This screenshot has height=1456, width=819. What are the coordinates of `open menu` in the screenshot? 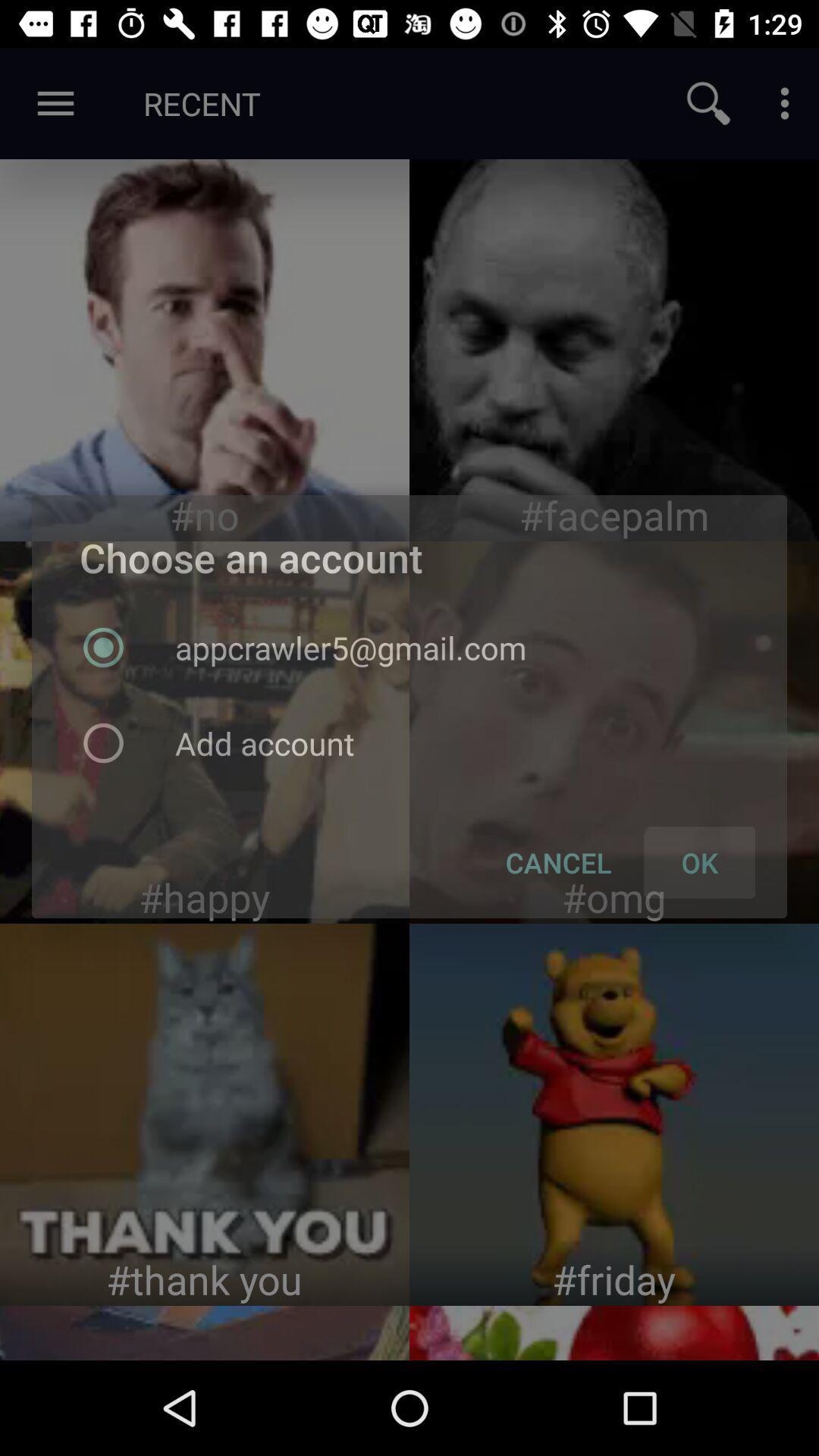 It's located at (784, 102).